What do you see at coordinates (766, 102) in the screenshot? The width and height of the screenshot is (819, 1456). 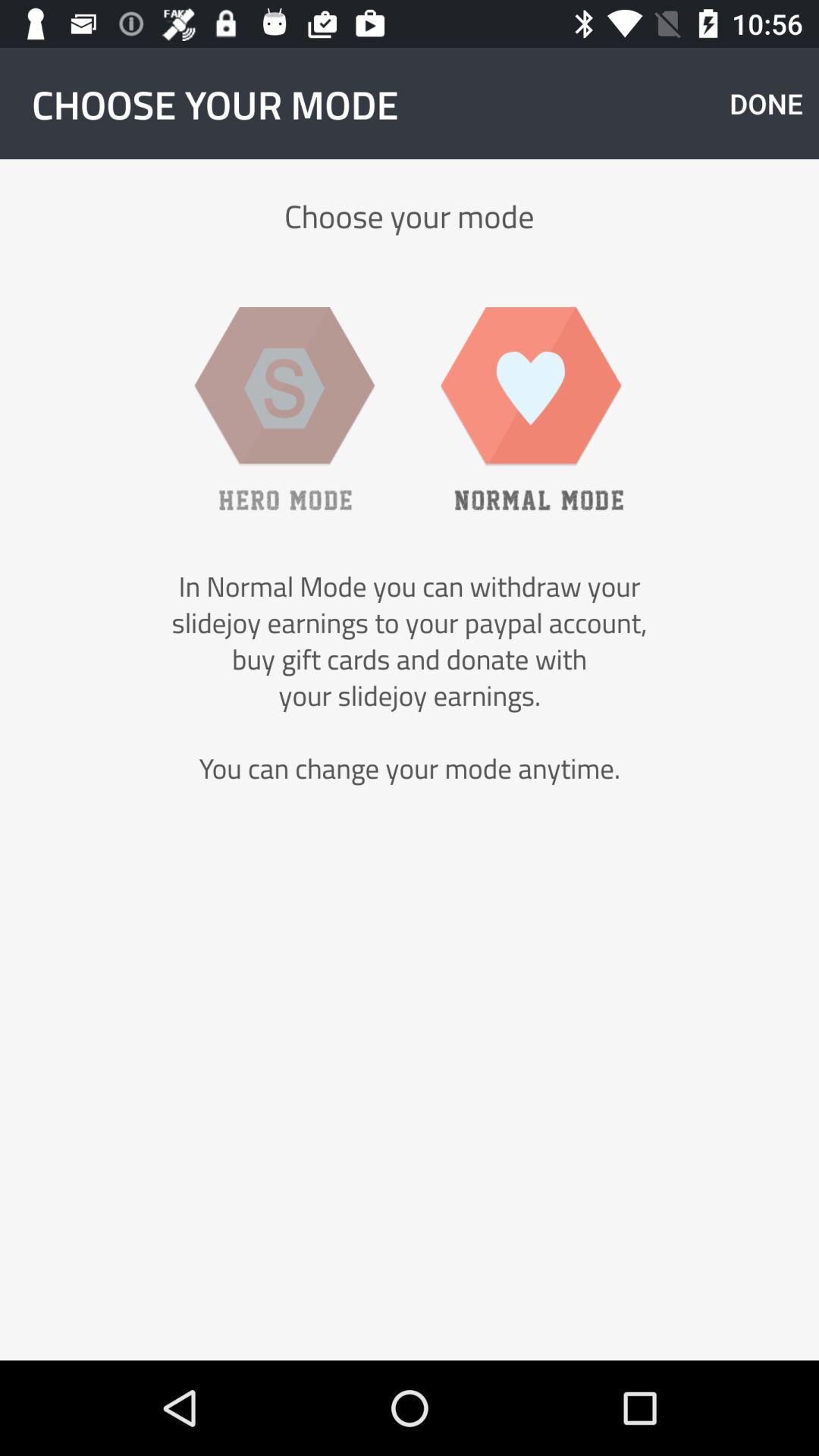 I see `icon above in normal mode icon` at bounding box center [766, 102].